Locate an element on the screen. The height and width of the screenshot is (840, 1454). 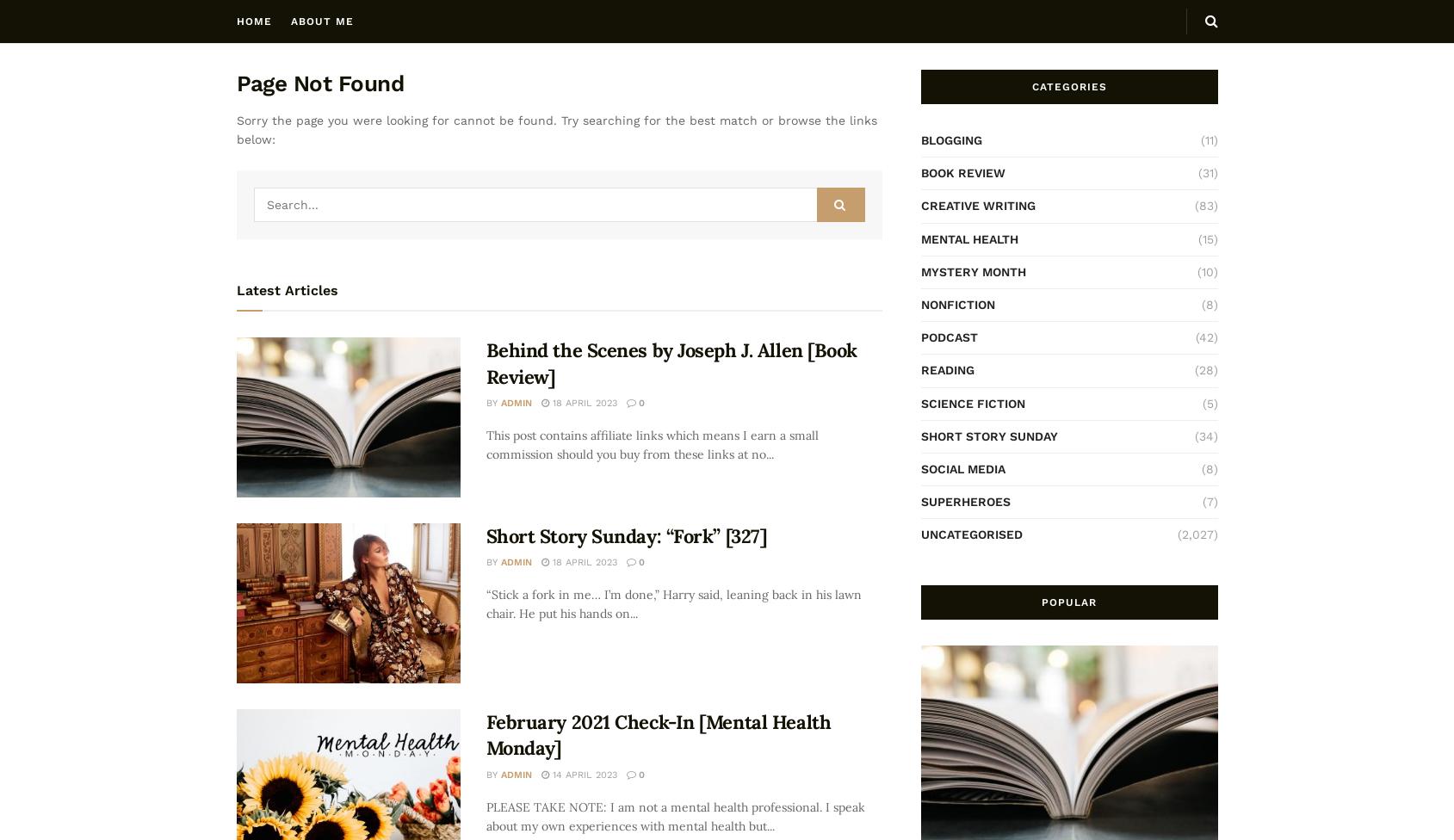
'(31)' is located at coordinates (1206, 171).